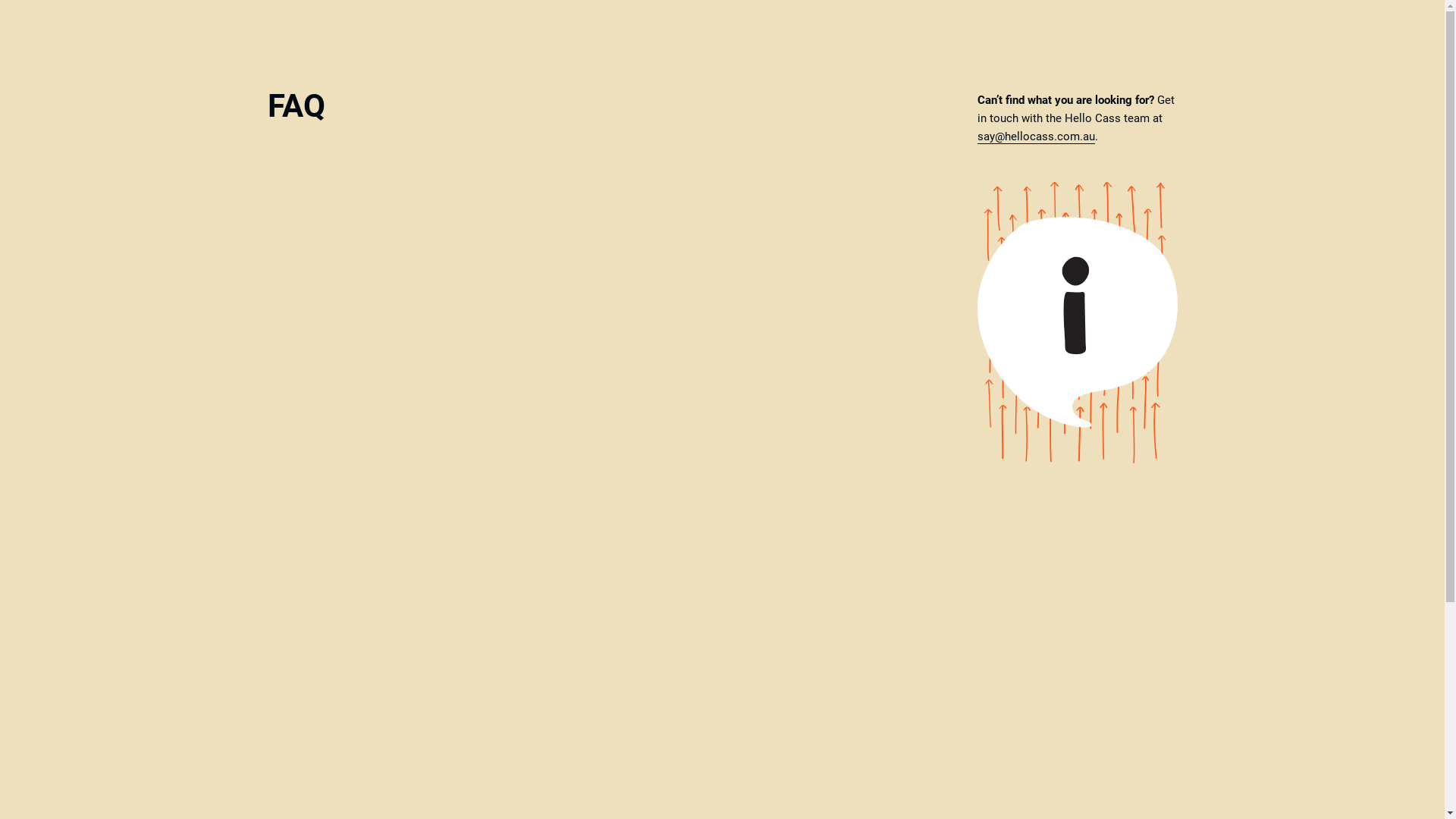 This screenshot has height=819, width=1456. Describe the element at coordinates (1034, 136) in the screenshot. I see `'say@hellocass.com.au'` at that location.